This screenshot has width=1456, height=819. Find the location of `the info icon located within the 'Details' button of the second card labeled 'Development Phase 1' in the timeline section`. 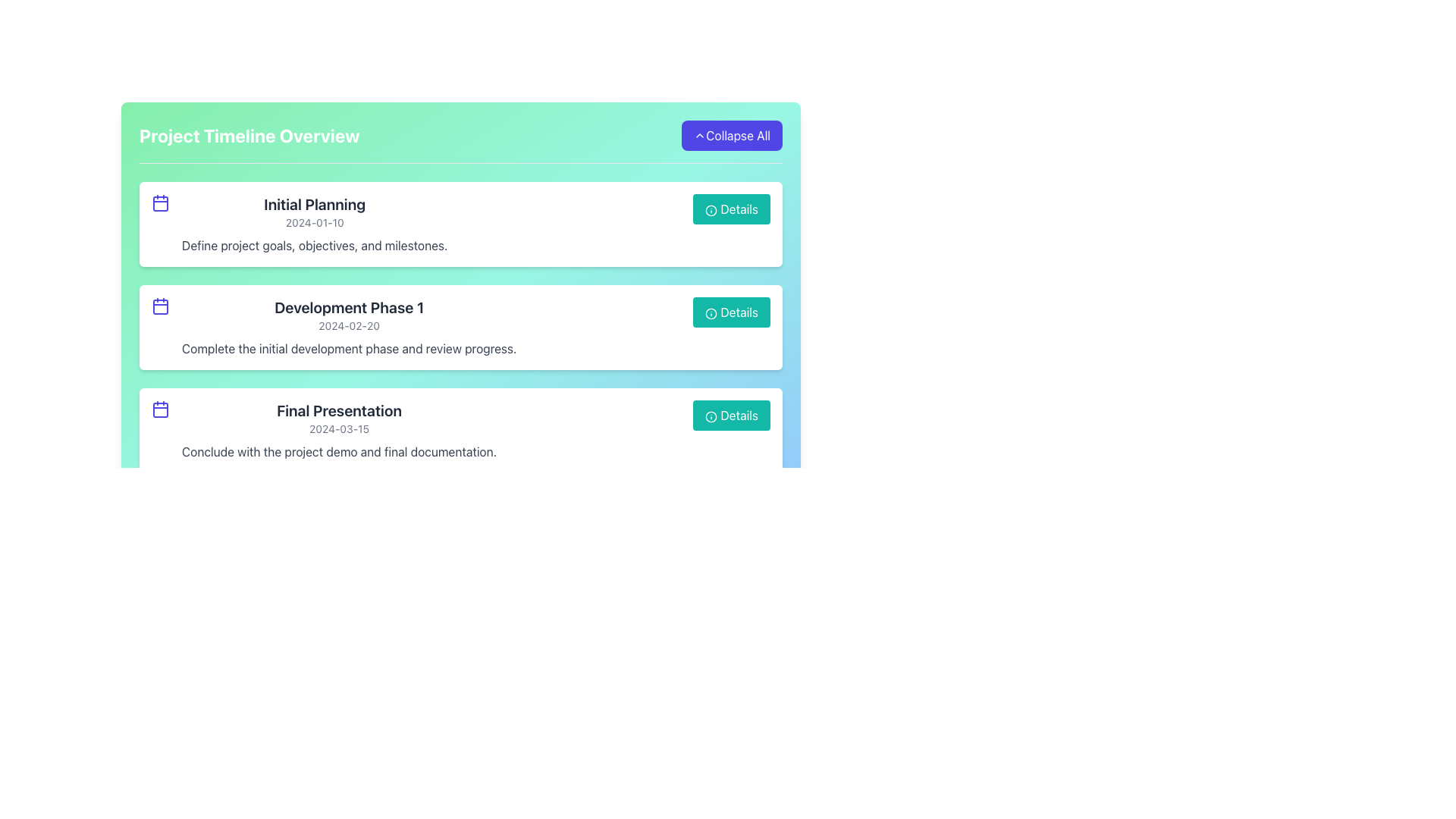

the info icon located within the 'Details' button of the second card labeled 'Development Phase 1' in the timeline section is located at coordinates (711, 312).